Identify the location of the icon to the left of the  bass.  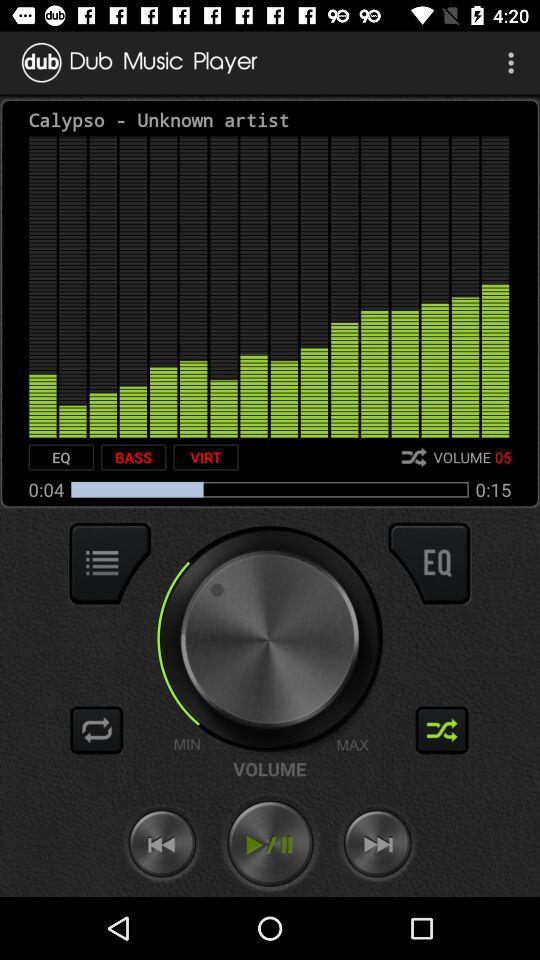
(61, 457).